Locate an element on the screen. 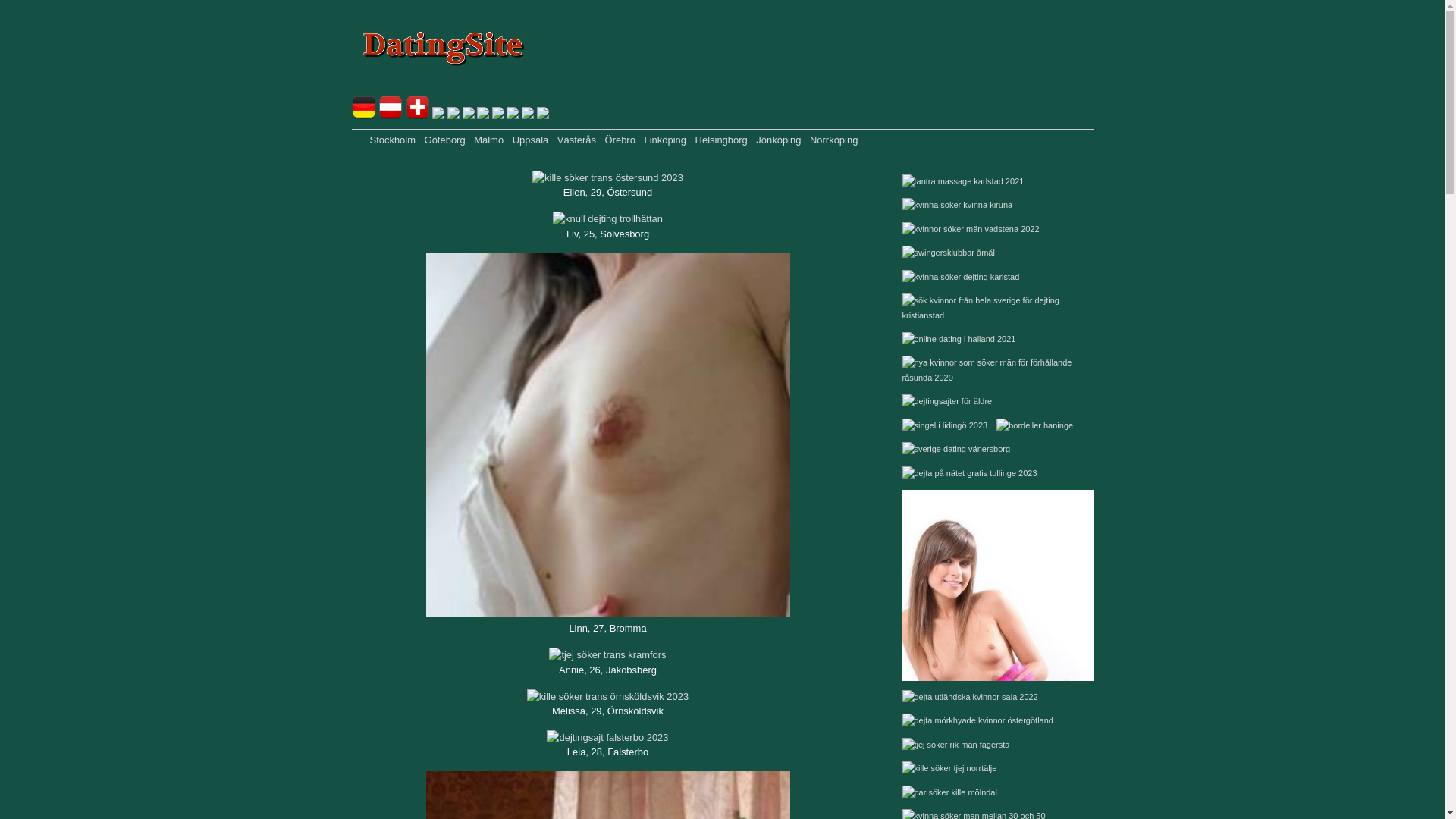 This screenshot has width=1456, height=819. 'Helsingborg' is located at coordinates (720, 140).